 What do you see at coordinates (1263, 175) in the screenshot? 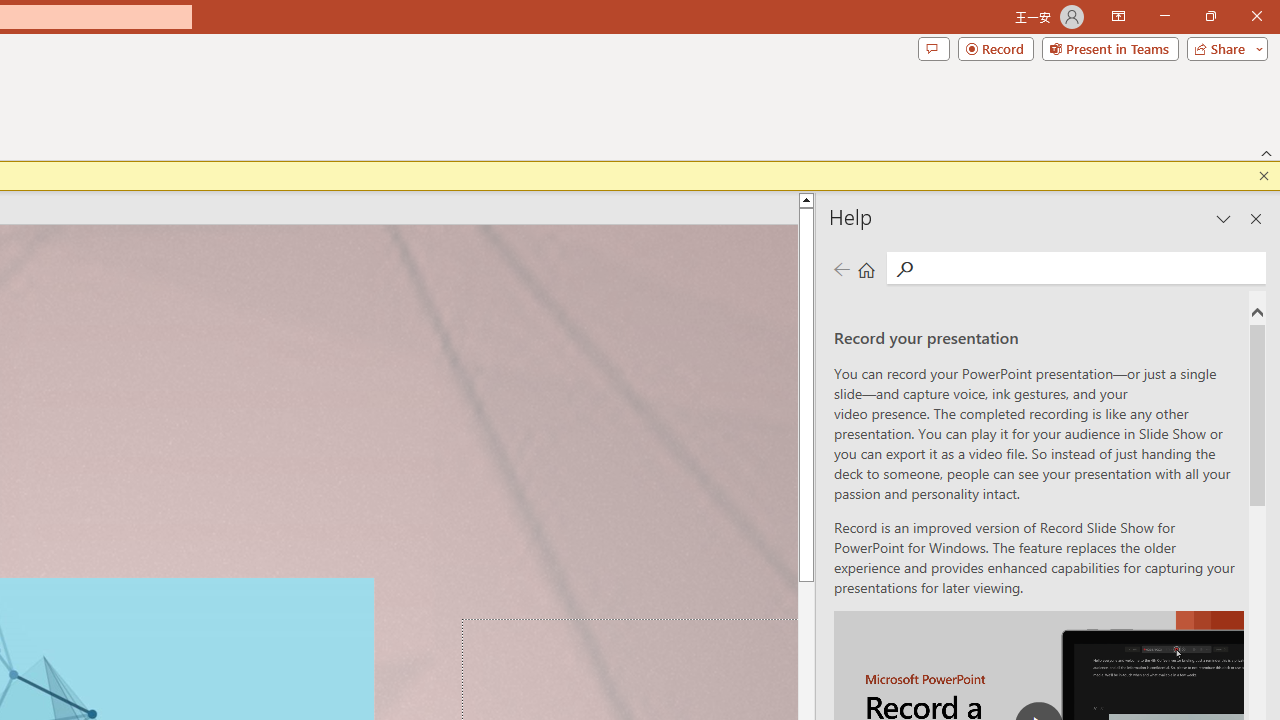
I see `'Close this message'` at bounding box center [1263, 175].